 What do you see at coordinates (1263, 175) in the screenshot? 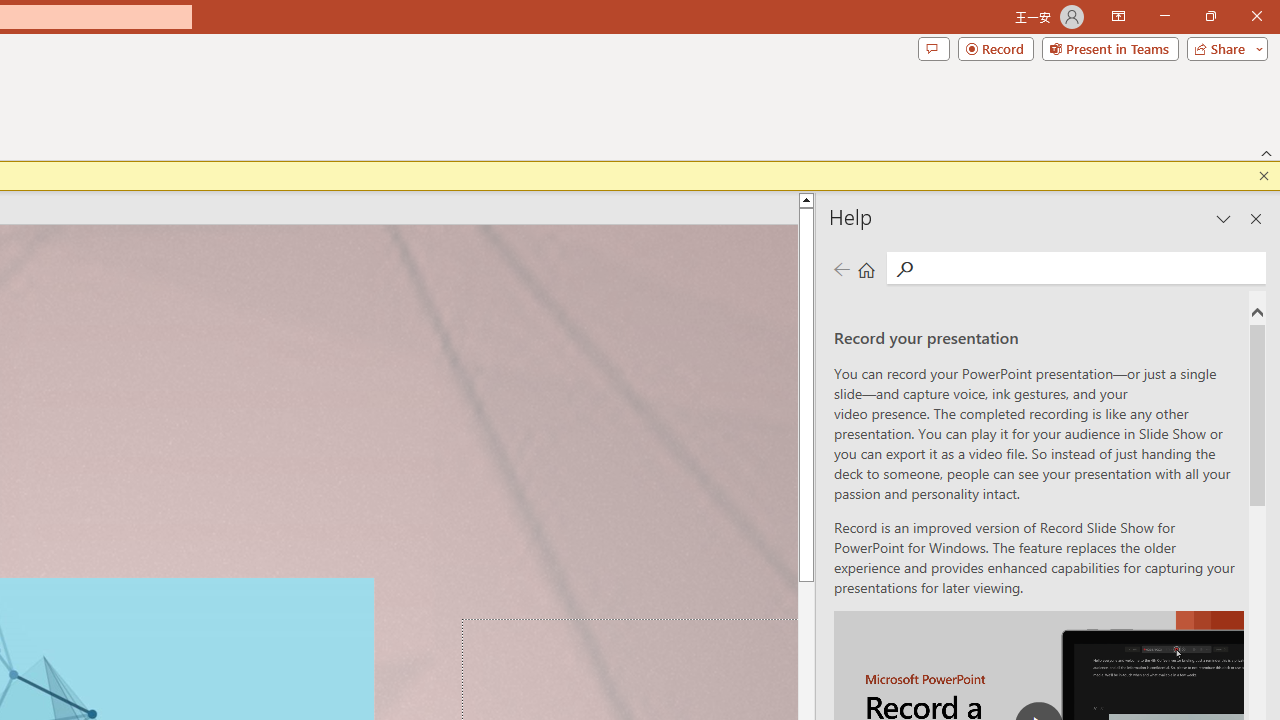
I see `'Close this message'` at bounding box center [1263, 175].